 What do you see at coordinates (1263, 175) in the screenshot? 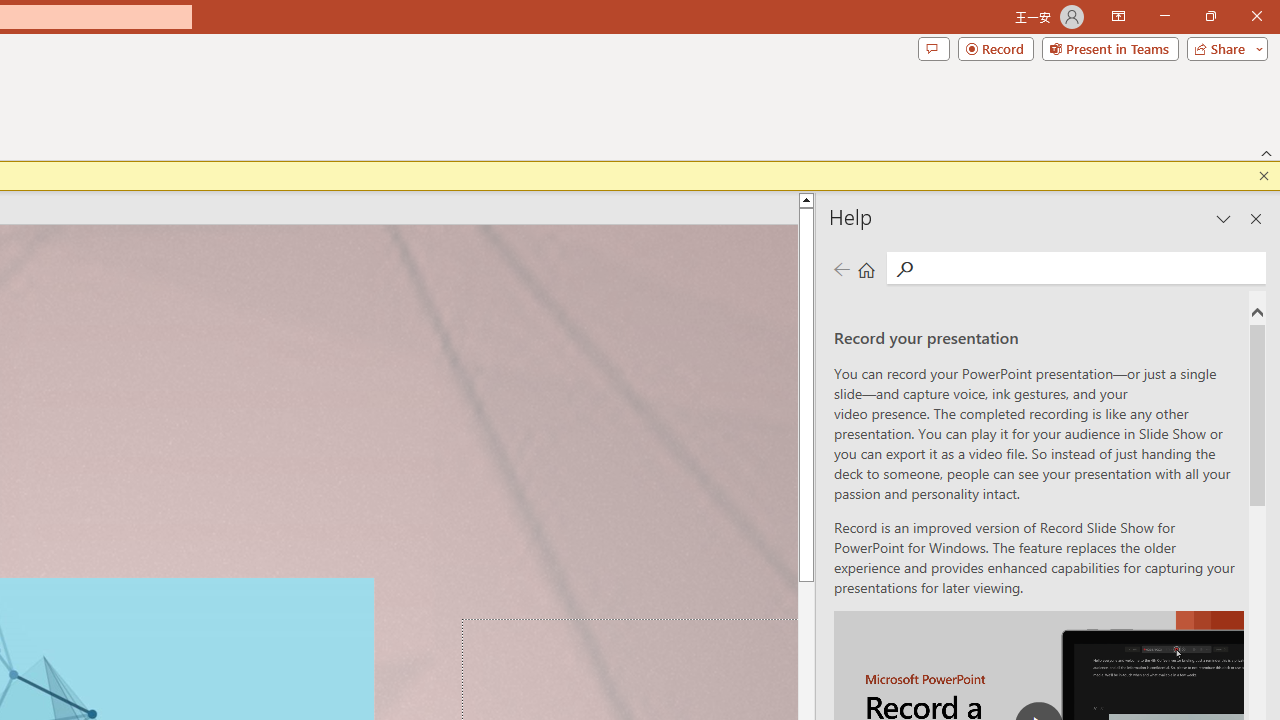
I see `'Close this message'` at bounding box center [1263, 175].